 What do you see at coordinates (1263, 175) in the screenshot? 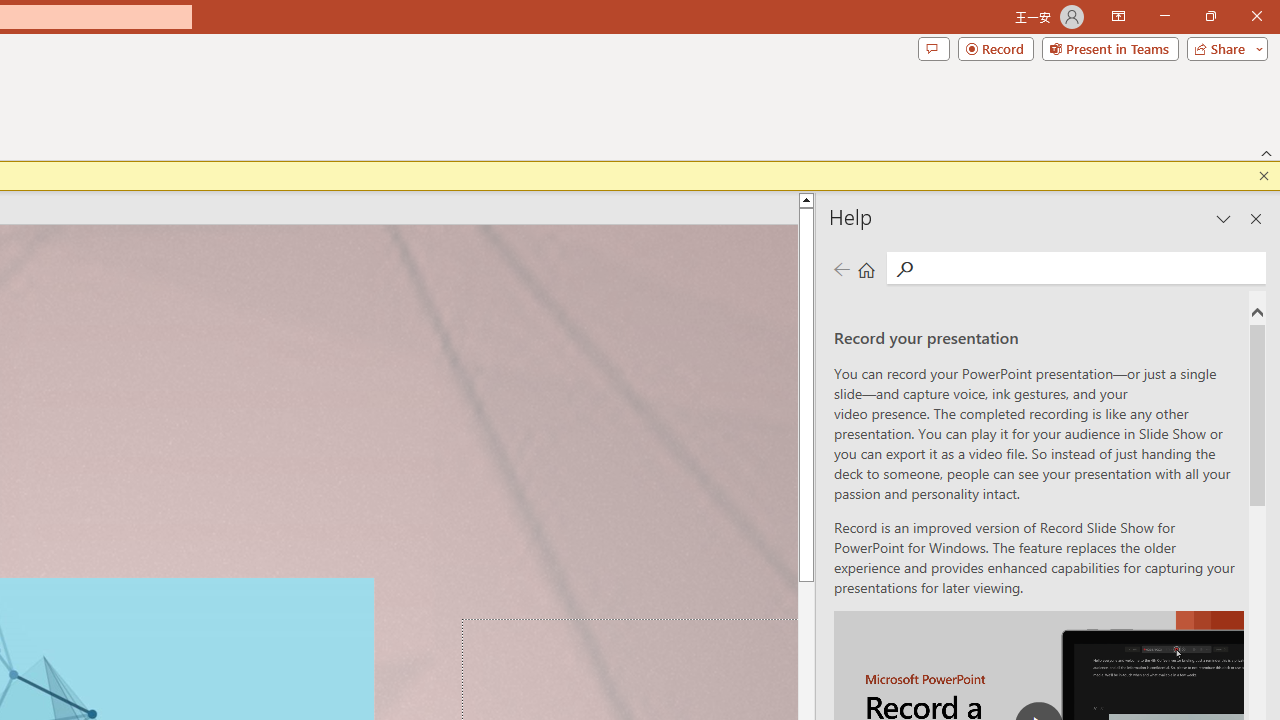
I see `'Close this message'` at bounding box center [1263, 175].